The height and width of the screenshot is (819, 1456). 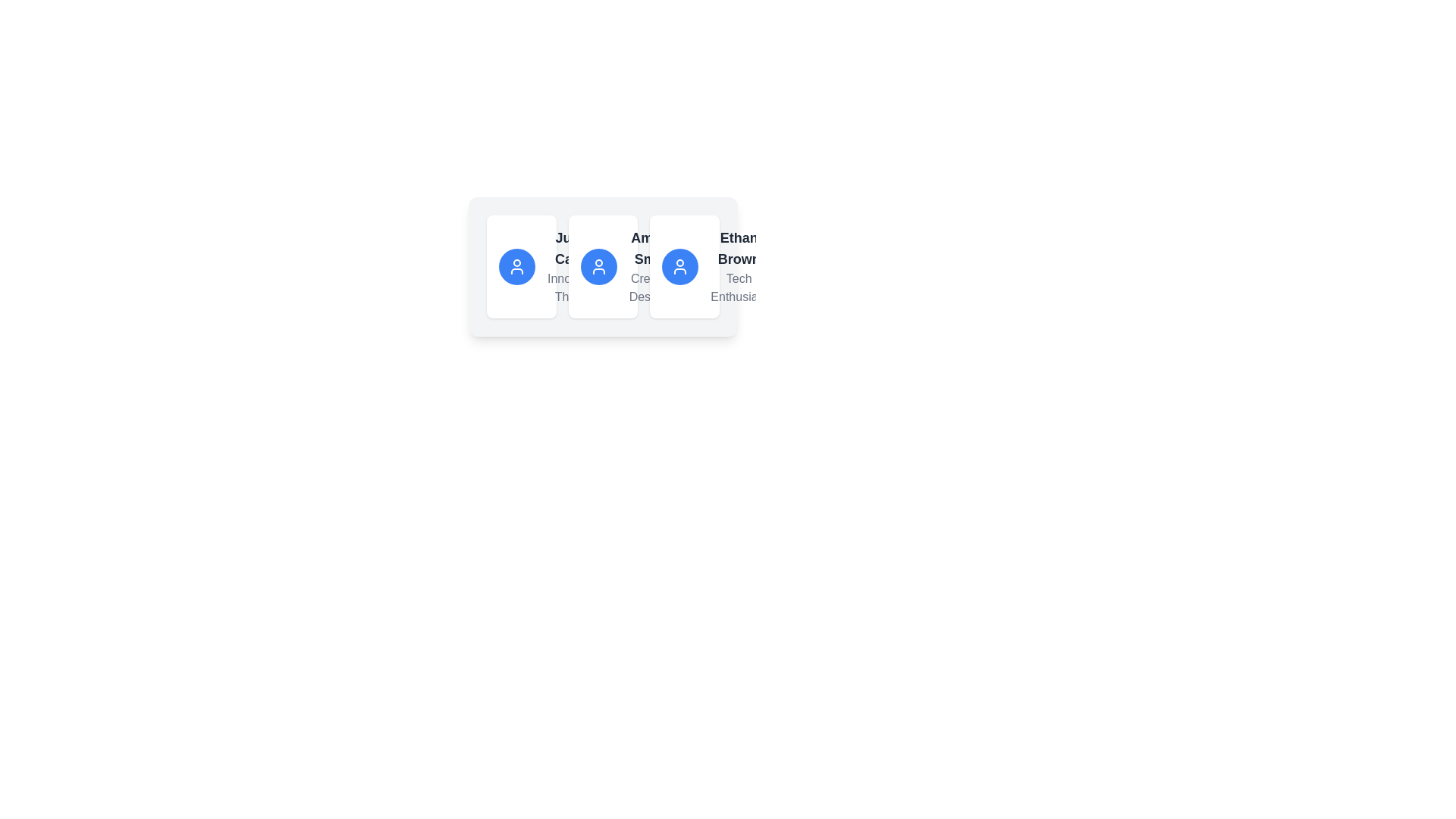 I want to click on the Text Display element that shows 'Julian Carter' in bold and 'Innovative Thinker' below it, located to the right of a user icon, so click(x=574, y=265).